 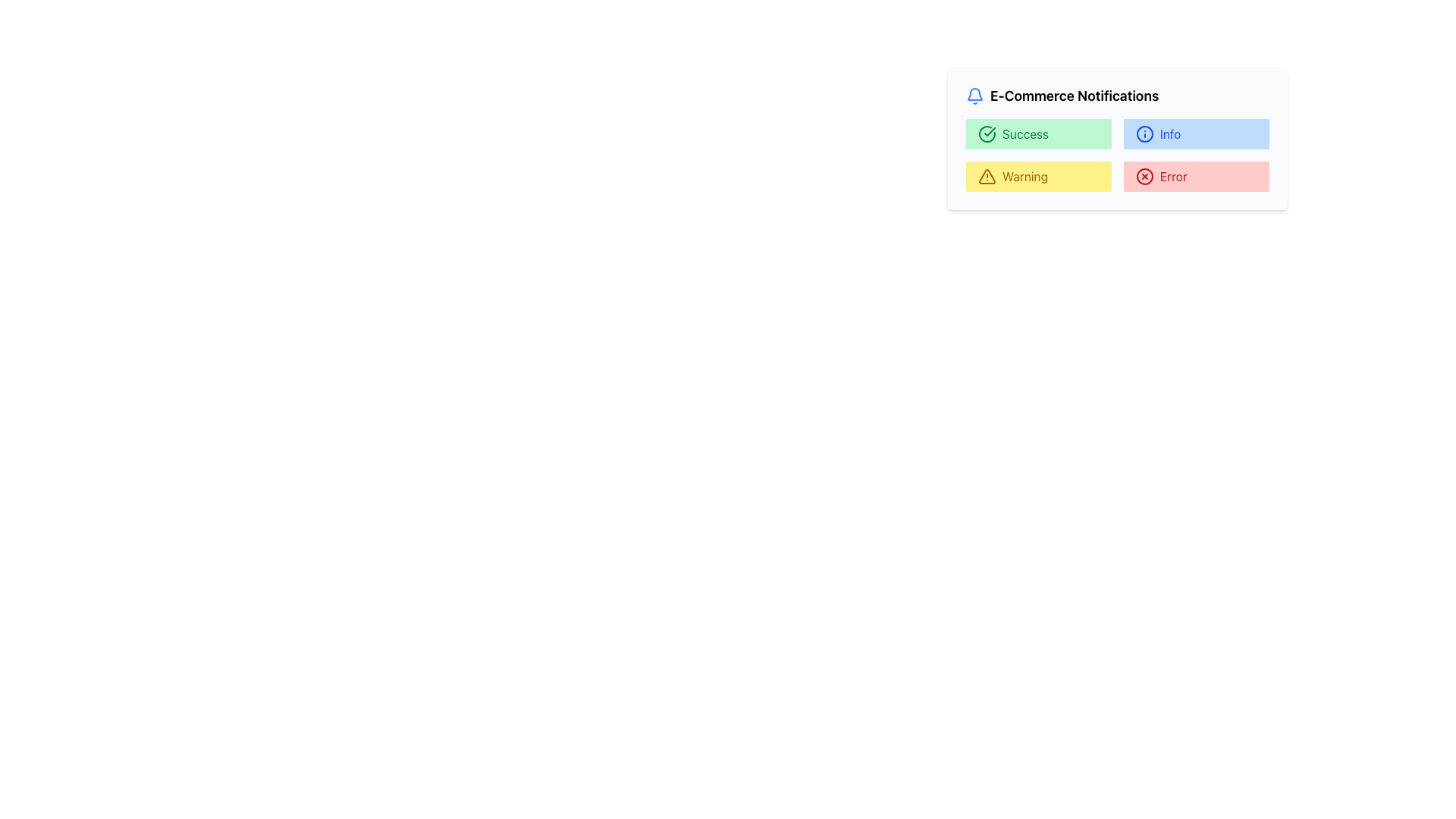 What do you see at coordinates (987, 175) in the screenshot?
I see `the warning icon within the 'Warning' button, which is the leftmost component in the vertical list of notification types` at bounding box center [987, 175].